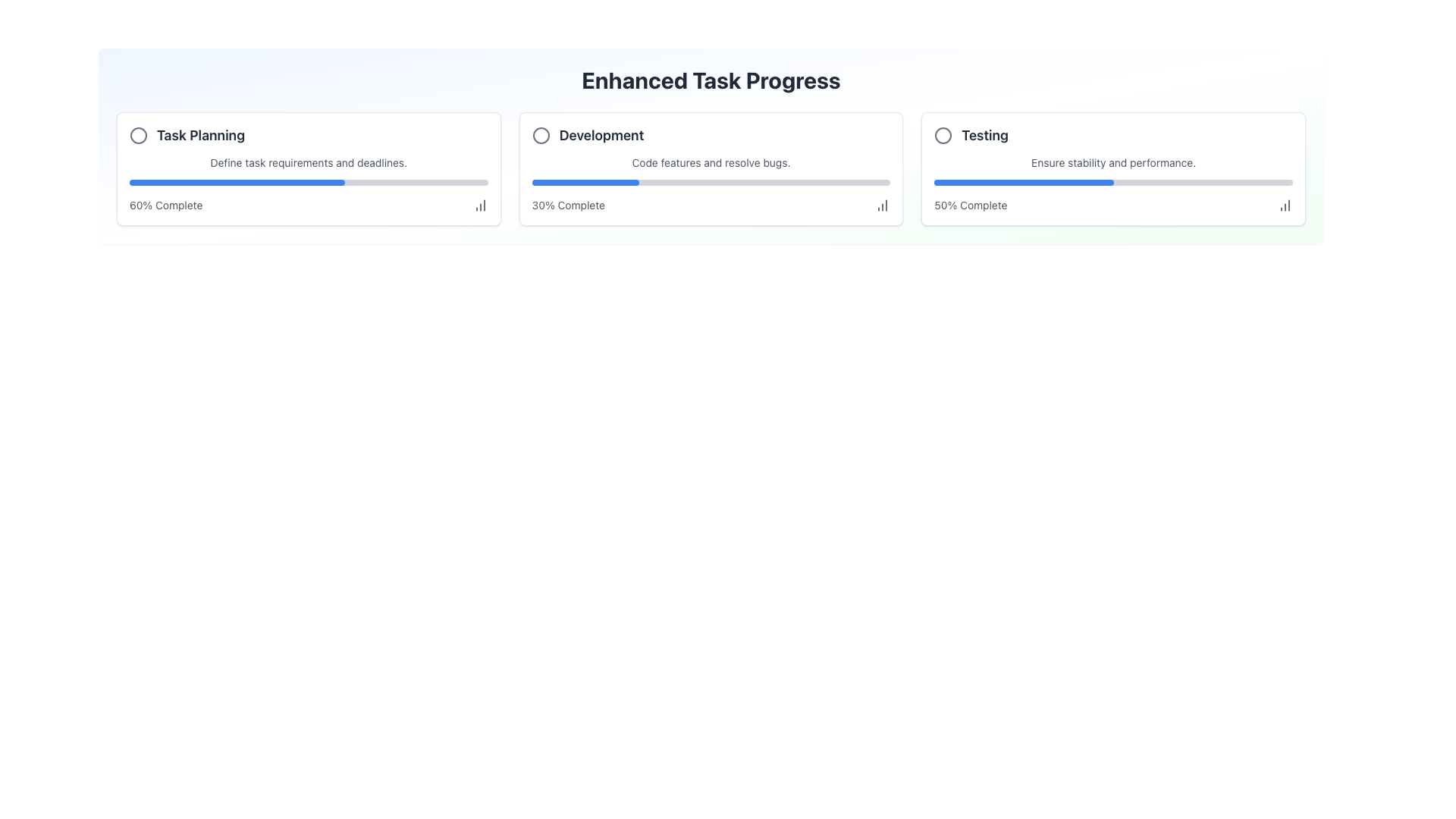 The width and height of the screenshot is (1456, 819). What do you see at coordinates (567, 205) in the screenshot?
I see `the progress percentage Text Label located at the bottom-right of the 'Development' card, just below the associated progress bar` at bounding box center [567, 205].